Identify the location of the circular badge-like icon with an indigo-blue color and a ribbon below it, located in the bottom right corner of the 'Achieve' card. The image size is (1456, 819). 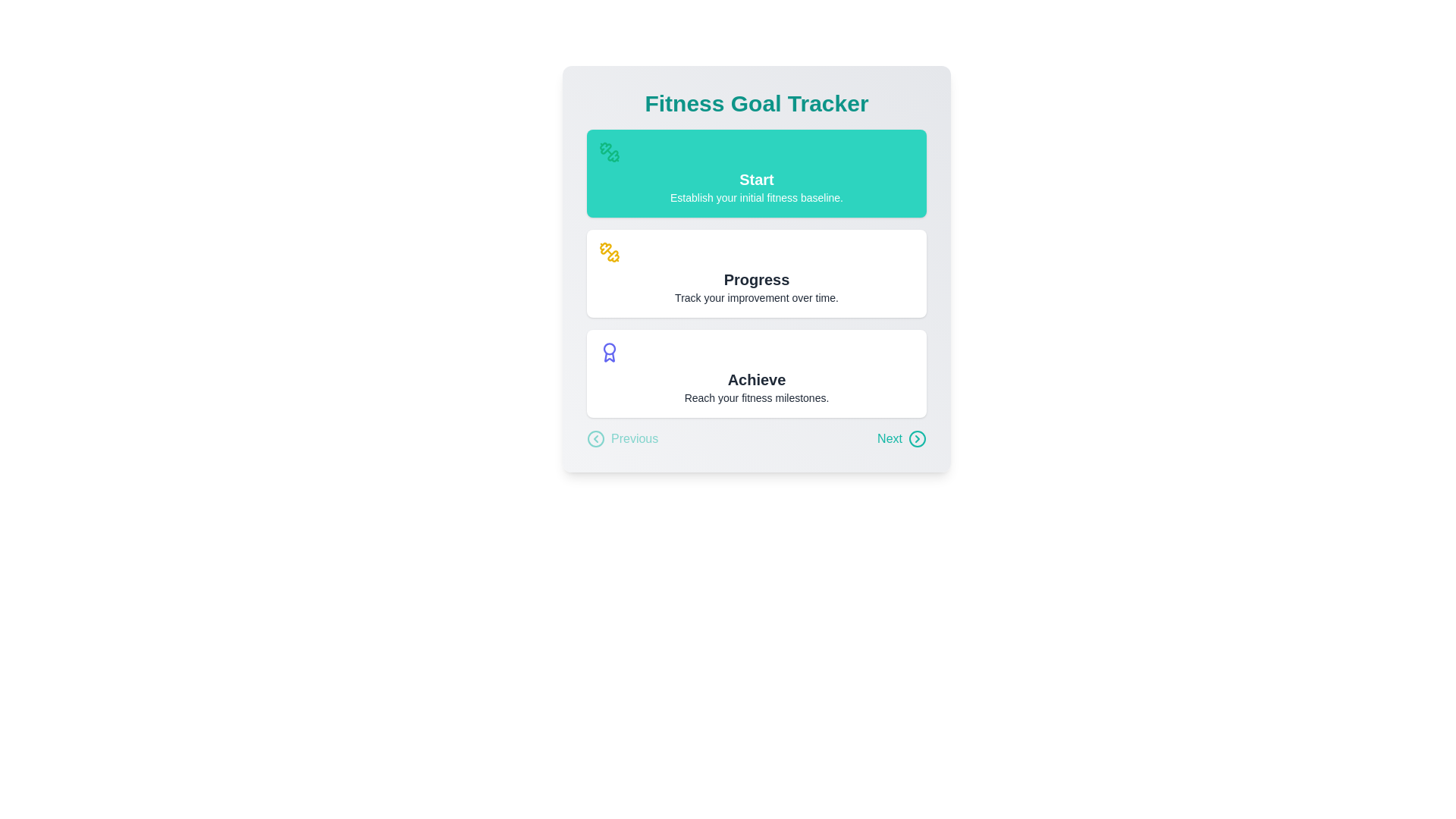
(610, 353).